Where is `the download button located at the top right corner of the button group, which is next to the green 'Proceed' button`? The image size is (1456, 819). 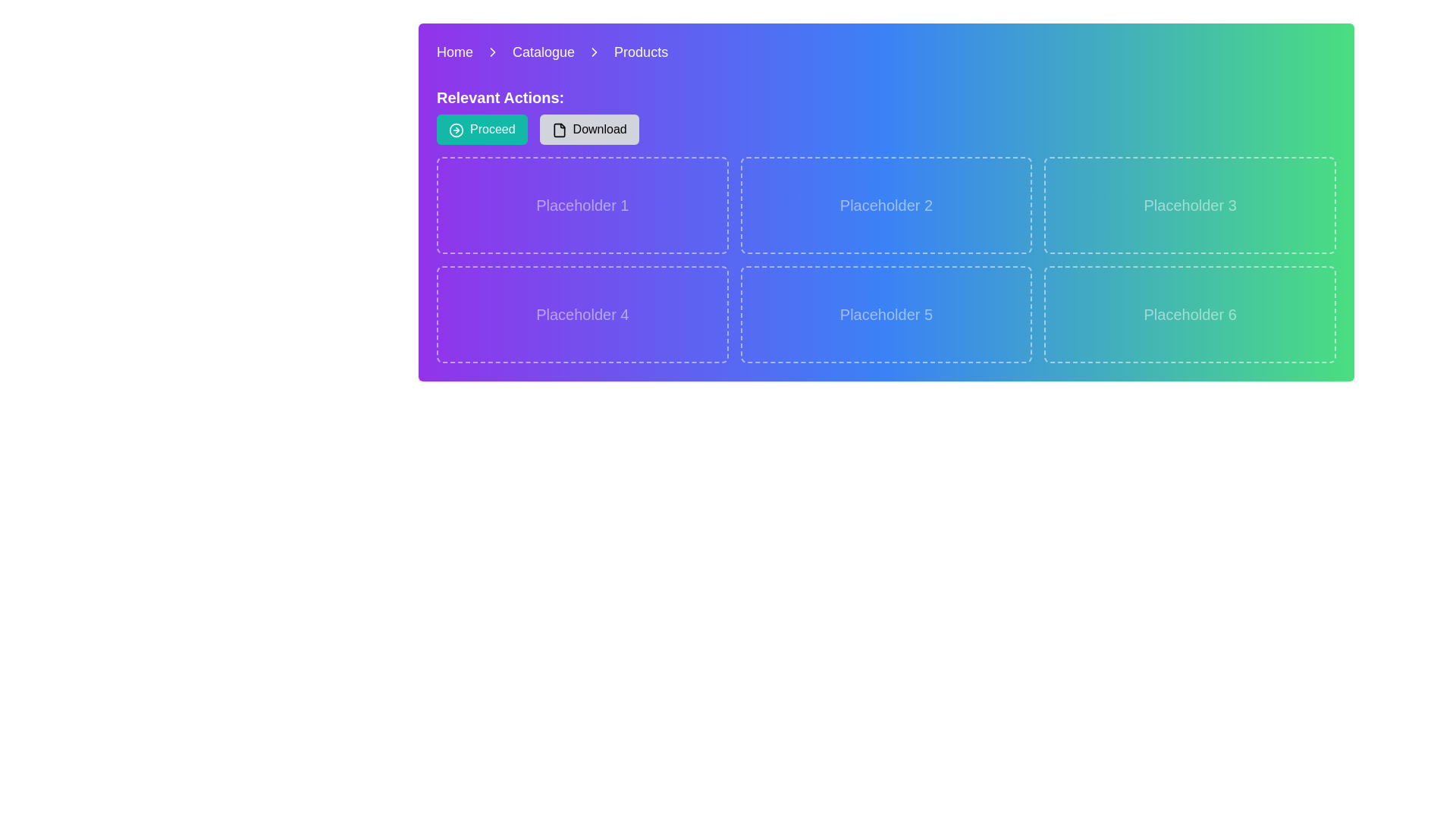
the download button located at the top right corner of the button group, which is next to the green 'Proceed' button is located at coordinates (588, 128).